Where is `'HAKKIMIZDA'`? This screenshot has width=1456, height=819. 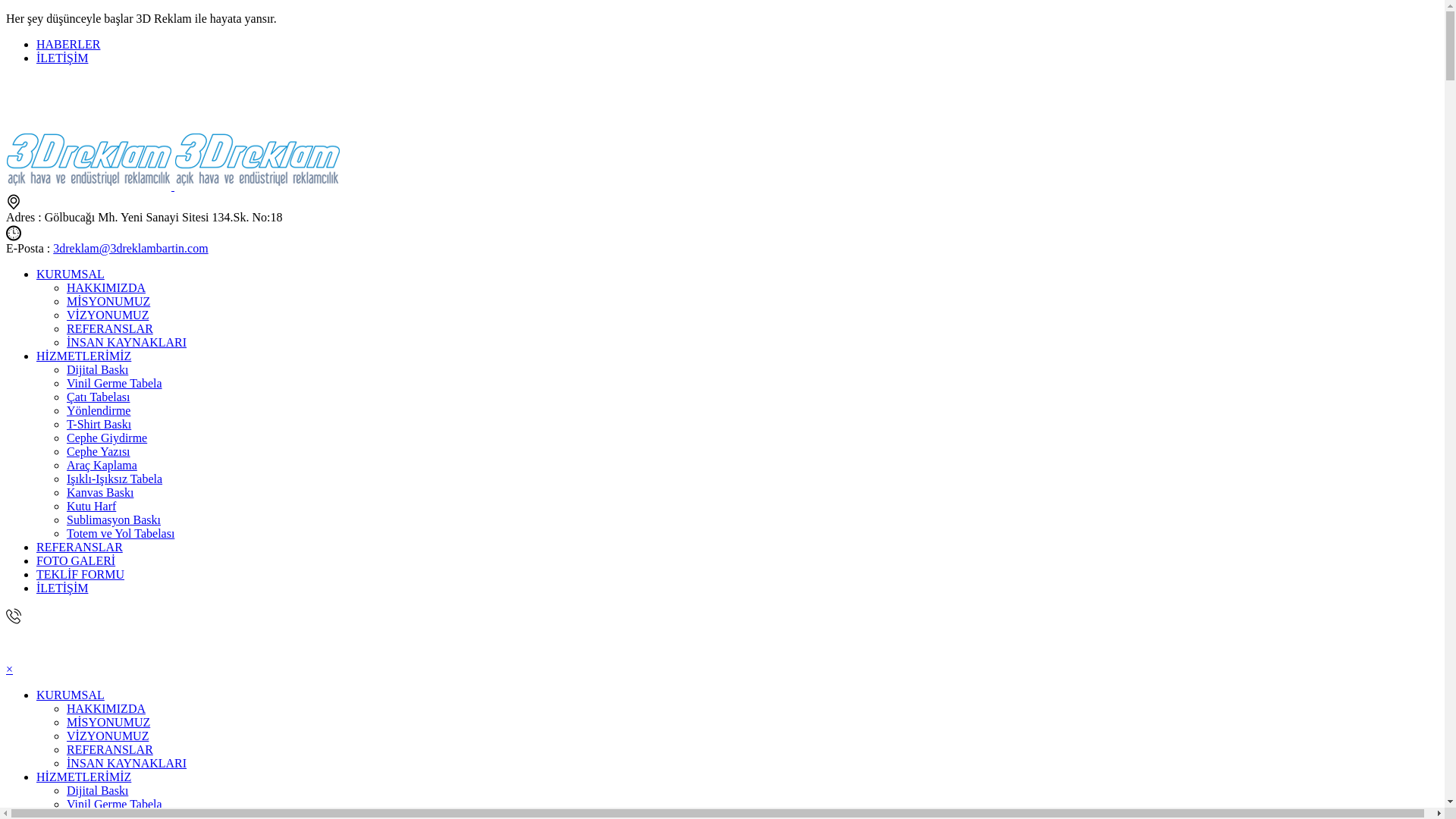
'HAKKIMIZDA' is located at coordinates (105, 708).